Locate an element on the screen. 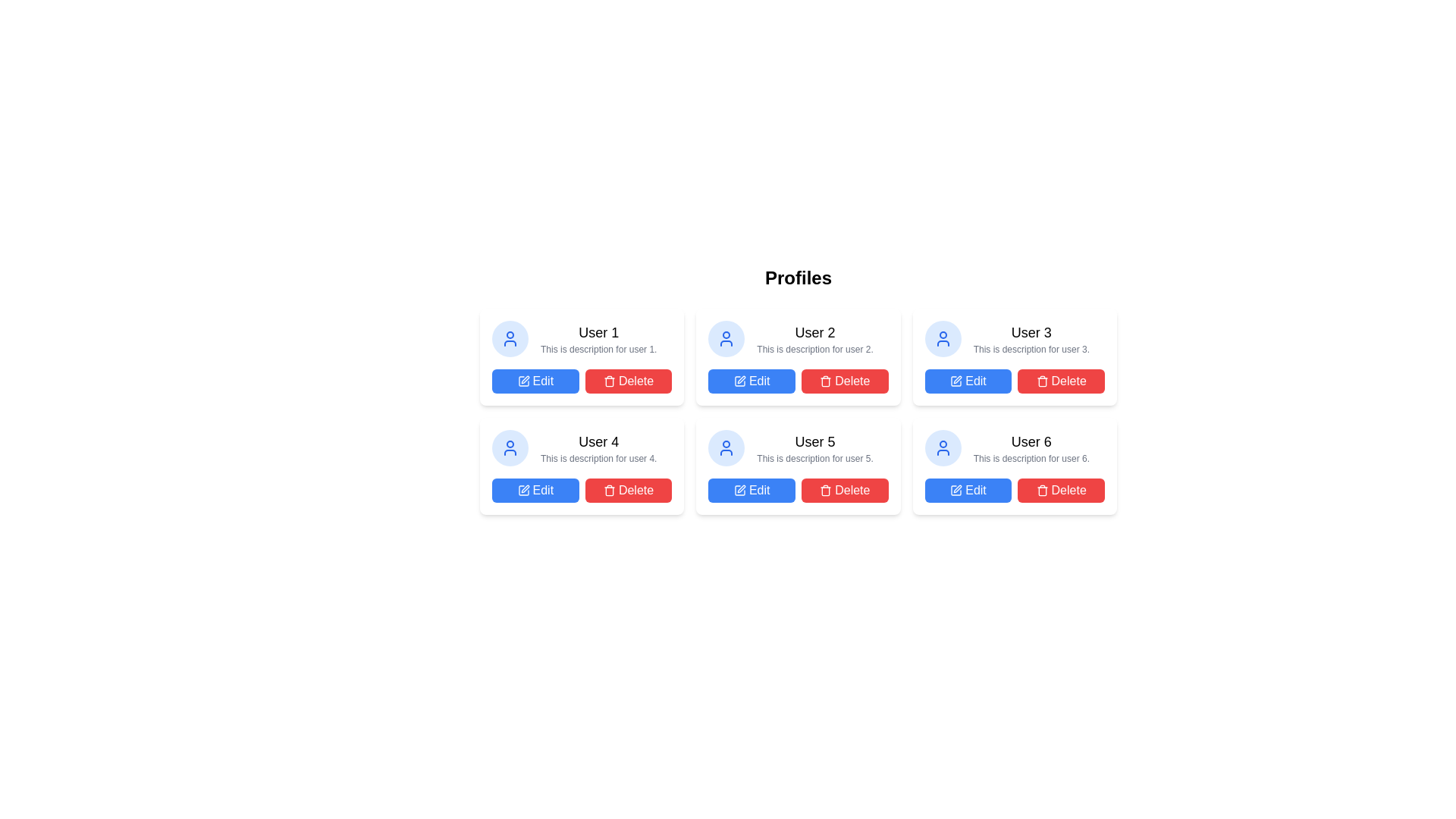  the text label displaying 'This is description for user 5.' which is styled with a small font size and gray color, located beneath the heading 'User 5' in the profile card interface is located at coordinates (814, 458).